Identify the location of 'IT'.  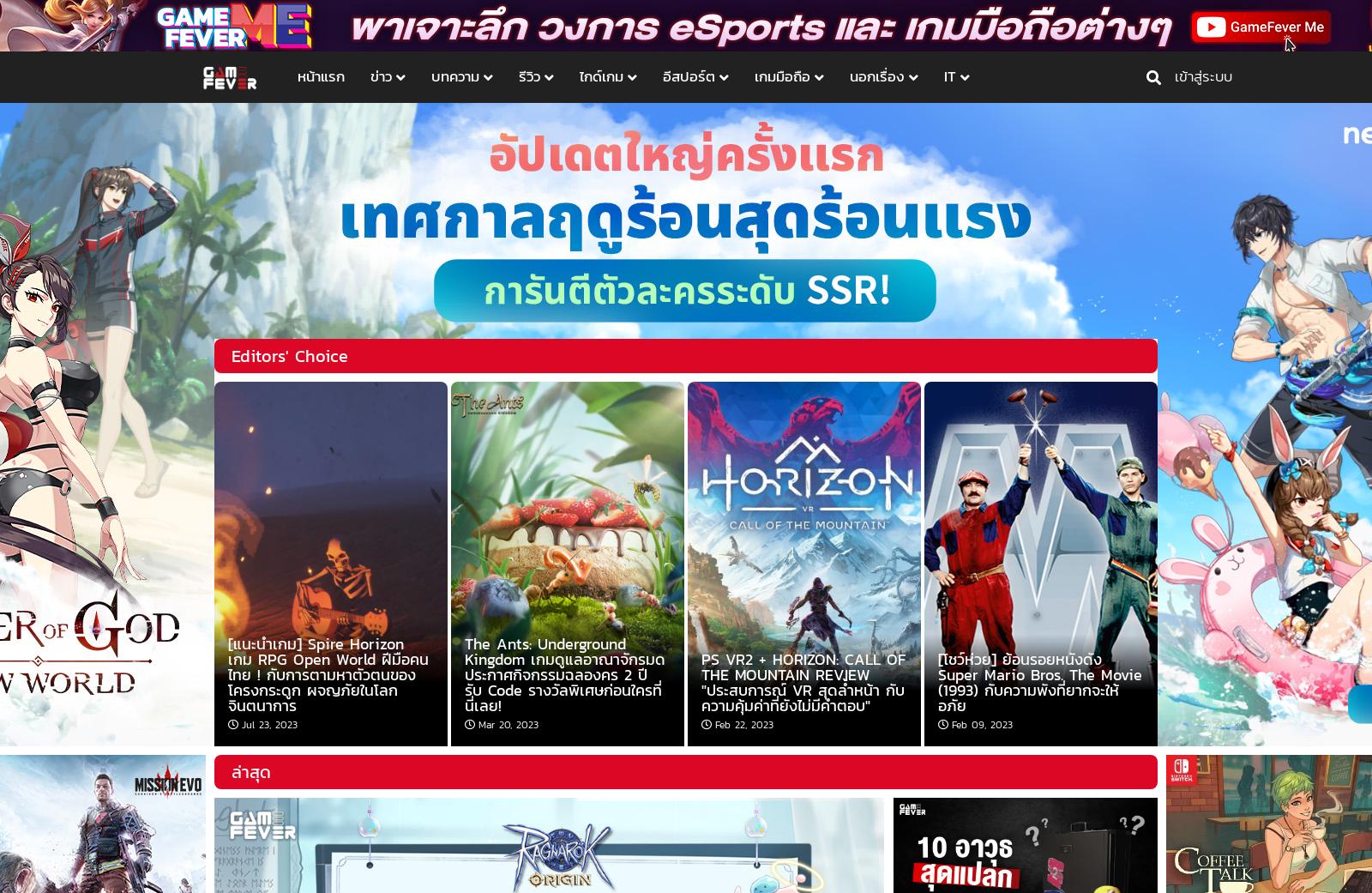
(943, 75).